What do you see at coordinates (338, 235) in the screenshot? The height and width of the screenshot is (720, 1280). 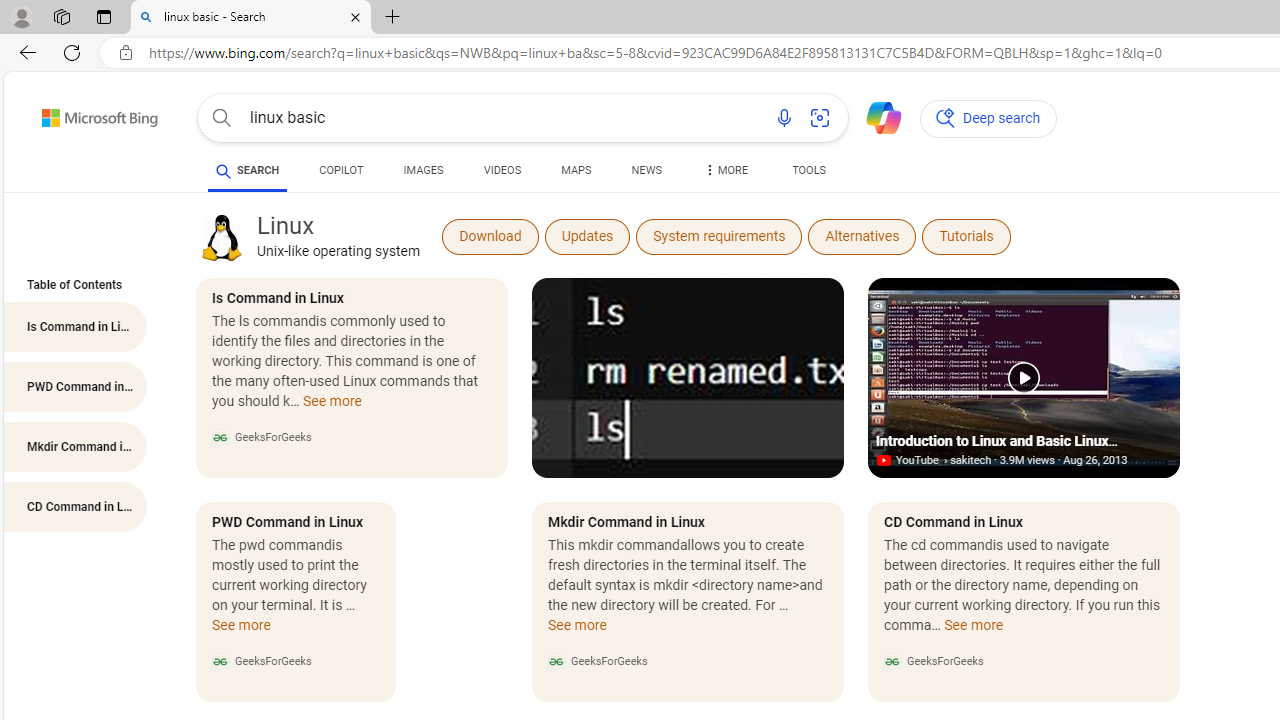 I see `'Linux Unix-like operating system'` at bounding box center [338, 235].